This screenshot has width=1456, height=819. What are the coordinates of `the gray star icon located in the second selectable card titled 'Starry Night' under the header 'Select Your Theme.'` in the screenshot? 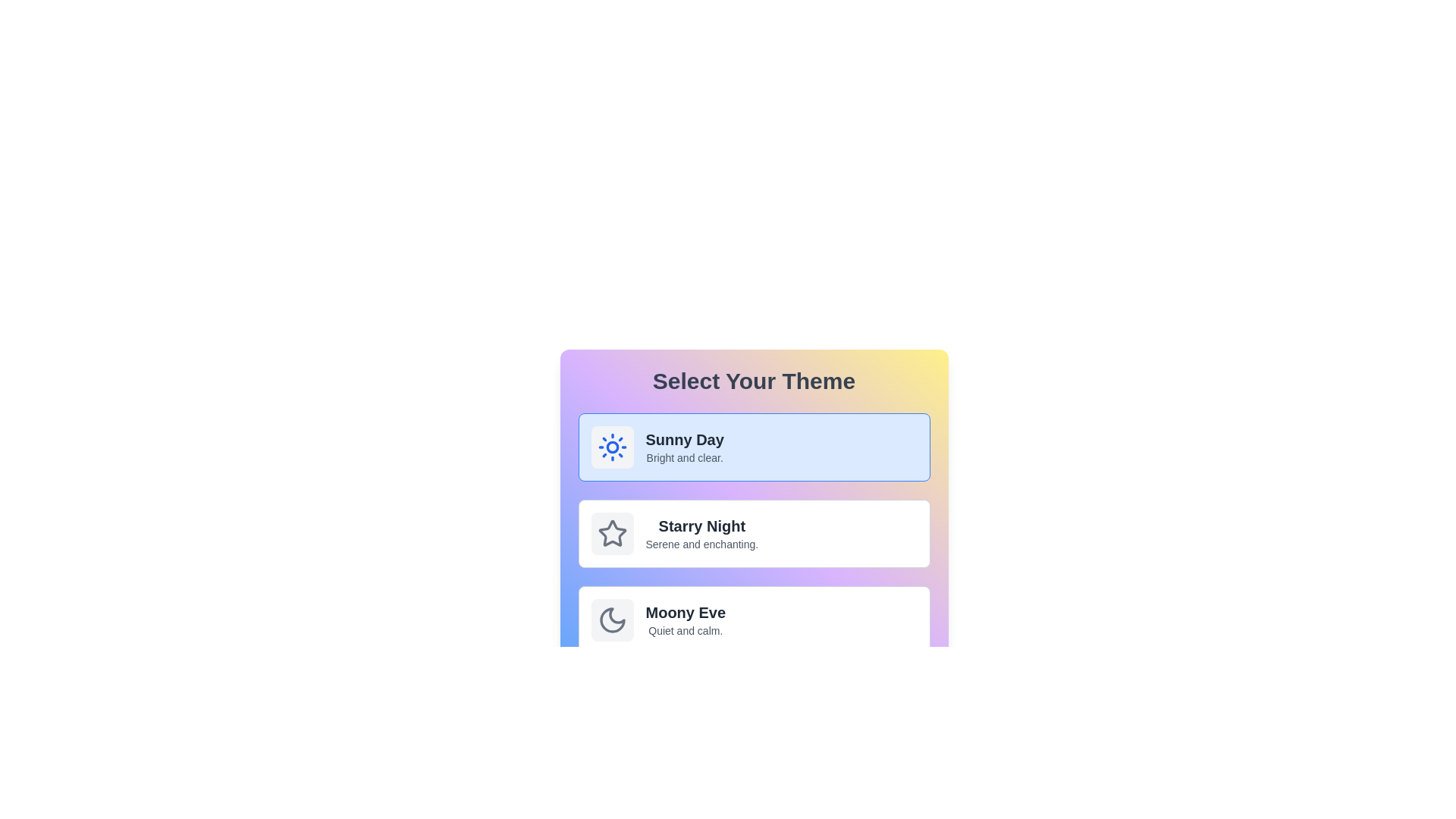 It's located at (612, 533).